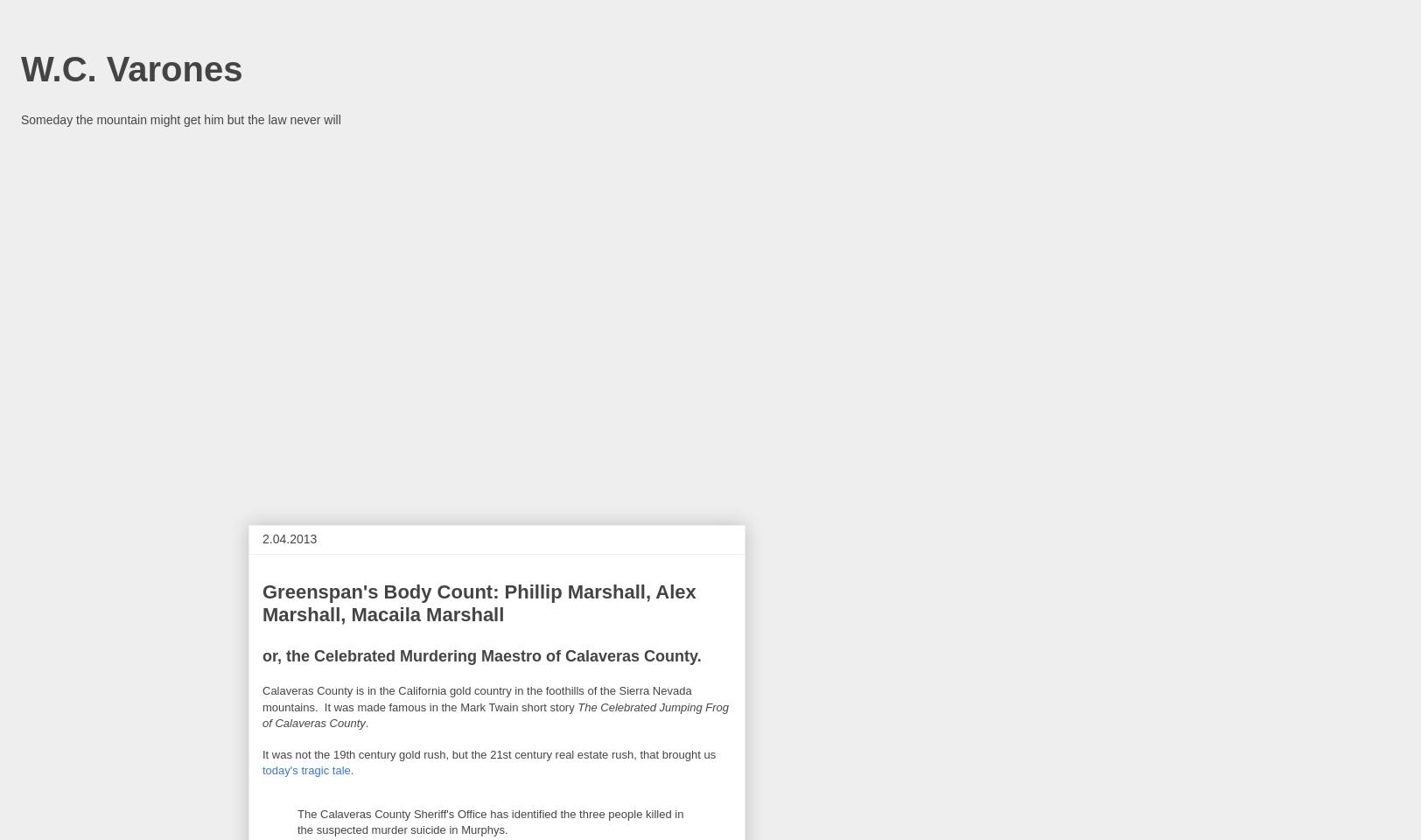 This screenshot has height=840, width=1421. I want to click on 'The Calaveras County Sheriff's Office has identified the three people killed in the suspected murder suicide in Murphys.', so click(490, 821).